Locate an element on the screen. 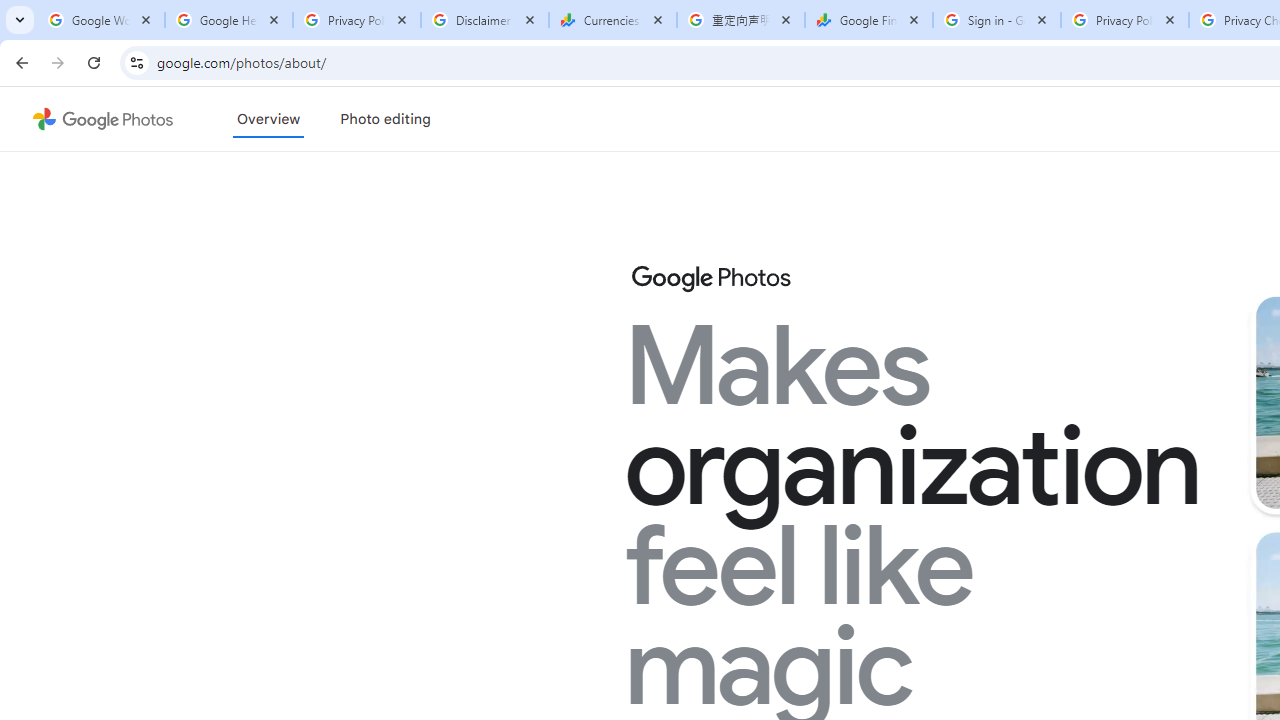 The image size is (1280, 720). 'Visit the photo editing page' is located at coordinates (385, 119).